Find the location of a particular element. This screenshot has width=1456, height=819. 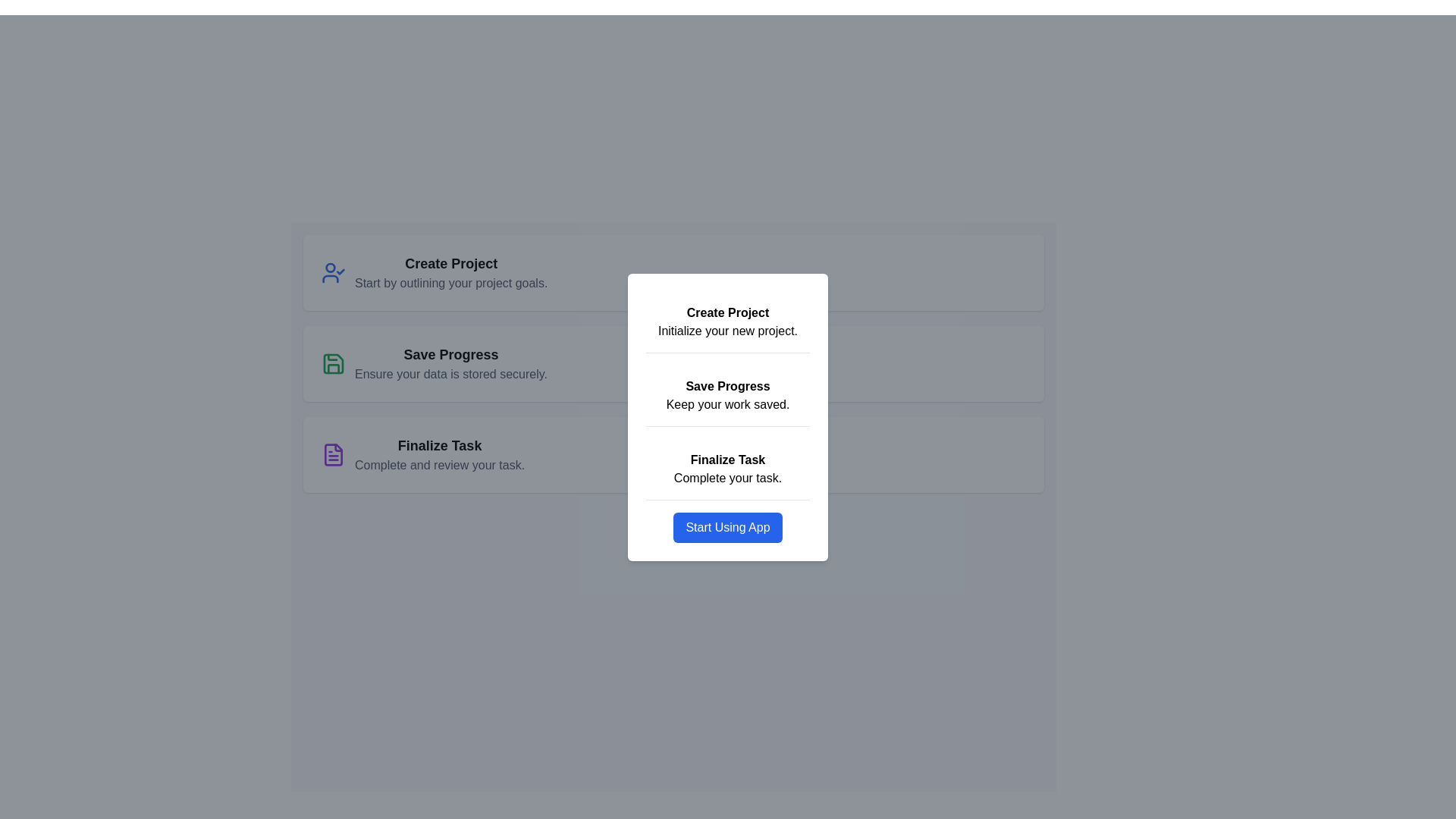

the rectangular button labeled 'Start Using App' with bold white text on a bright blue background, located at the bottom of the modal dialog is located at coordinates (728, 526).